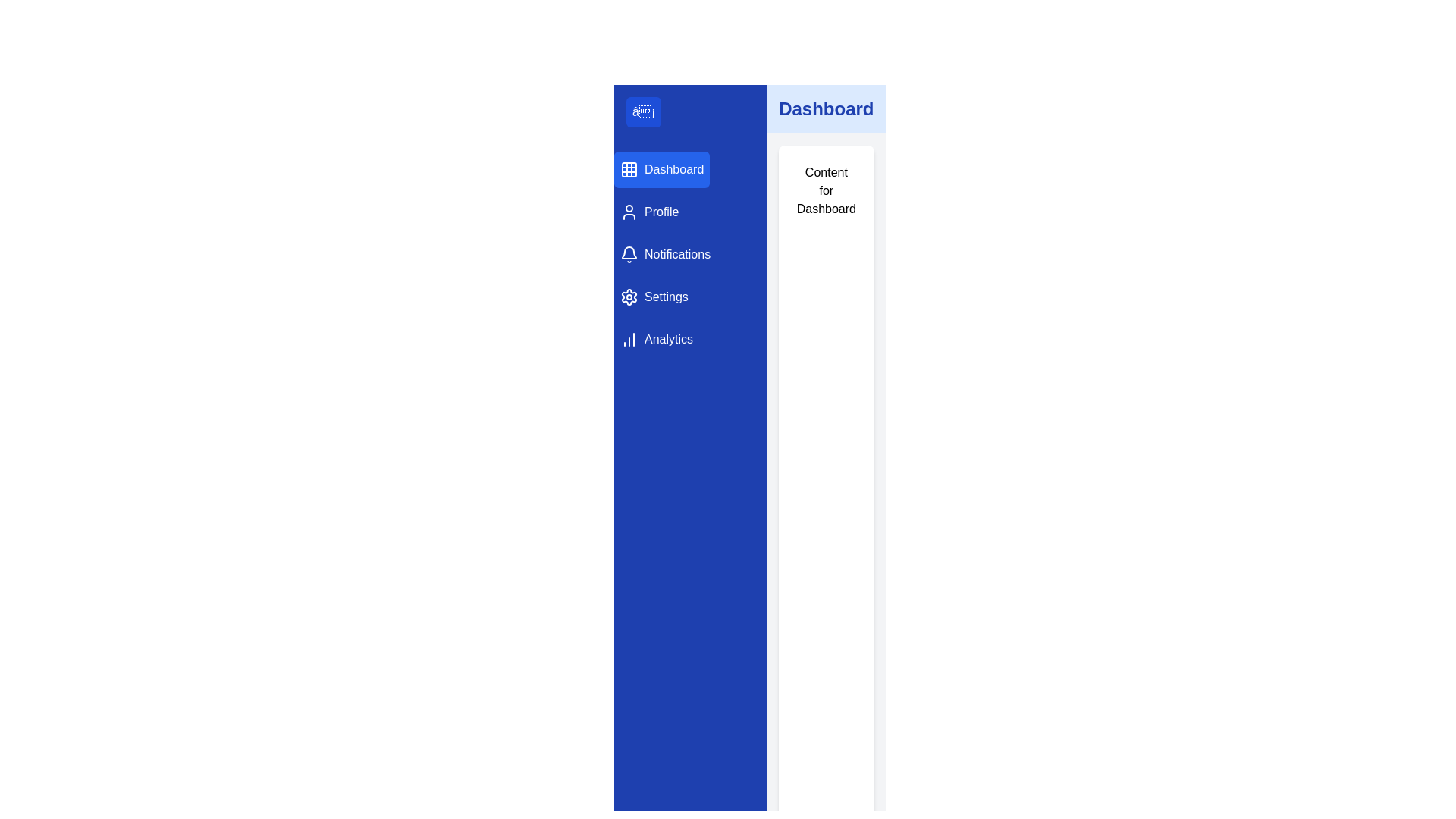 The image size is (1456, 819). What do you see at coordinates (629, 169) in the screenshot?
I see `the top-left SVG graphical element that contributes to the grid representation in the navigation controls` at bounding box center [629, 169].